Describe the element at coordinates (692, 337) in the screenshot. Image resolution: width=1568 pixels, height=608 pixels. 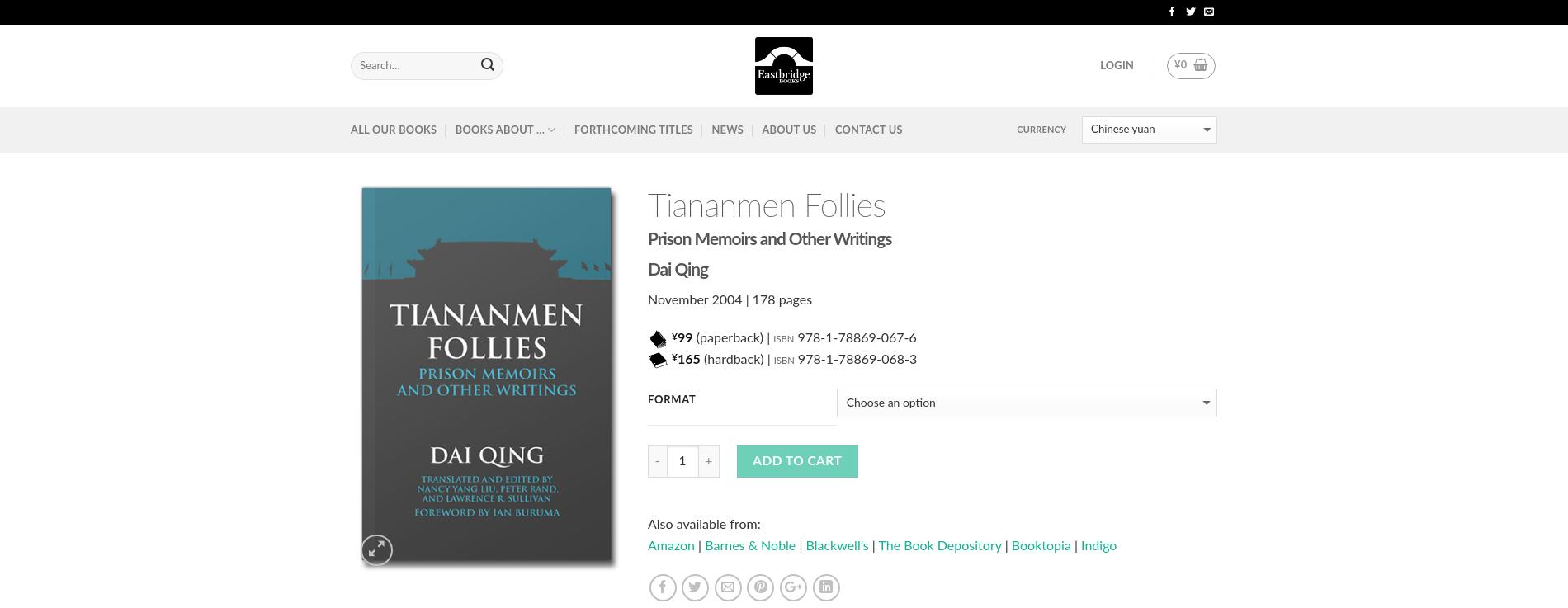
I see `'(paperback) |'` at that location.